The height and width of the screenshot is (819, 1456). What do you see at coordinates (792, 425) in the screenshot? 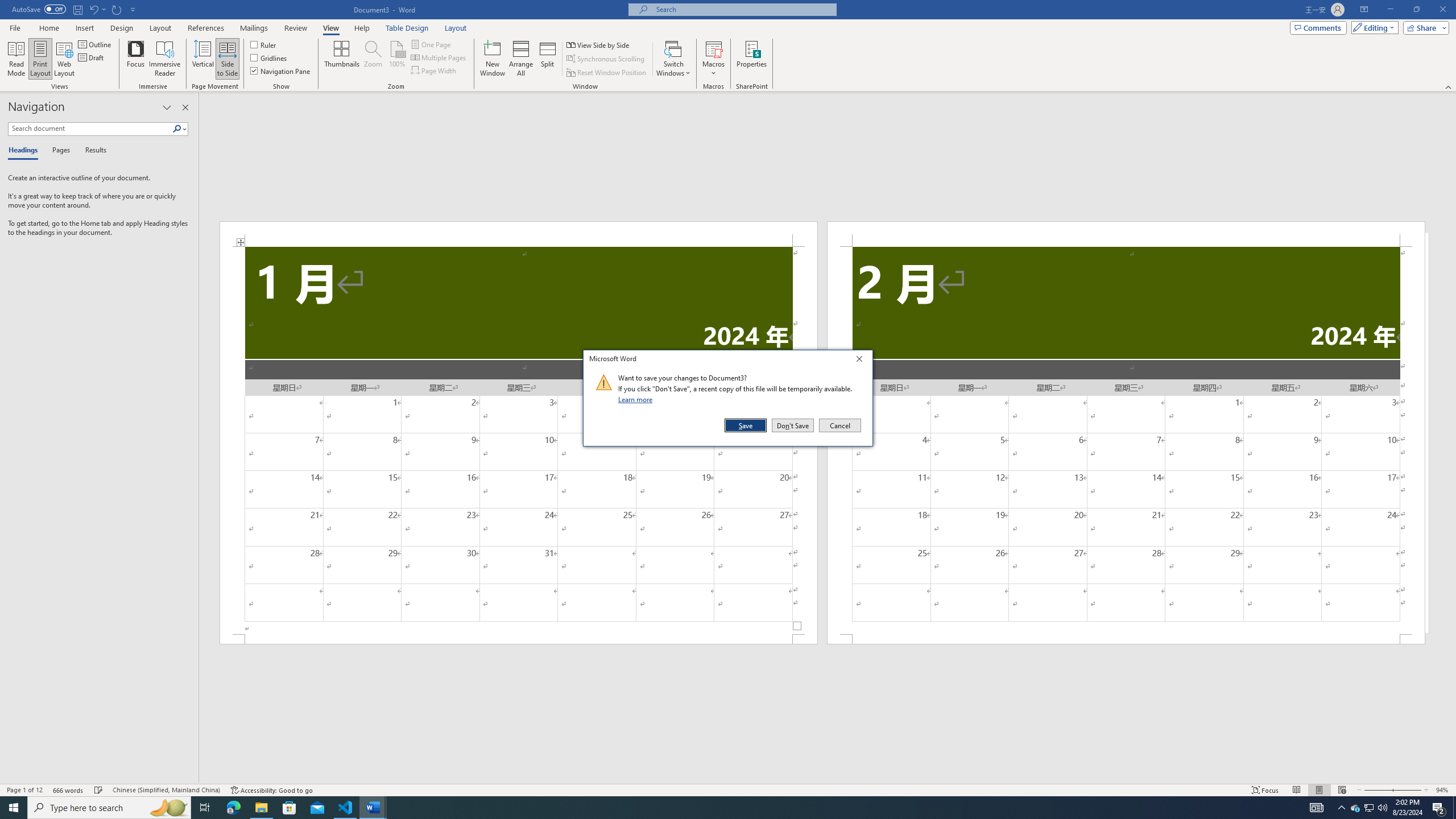
I see `'Don'` at bounding box center [792, 425].